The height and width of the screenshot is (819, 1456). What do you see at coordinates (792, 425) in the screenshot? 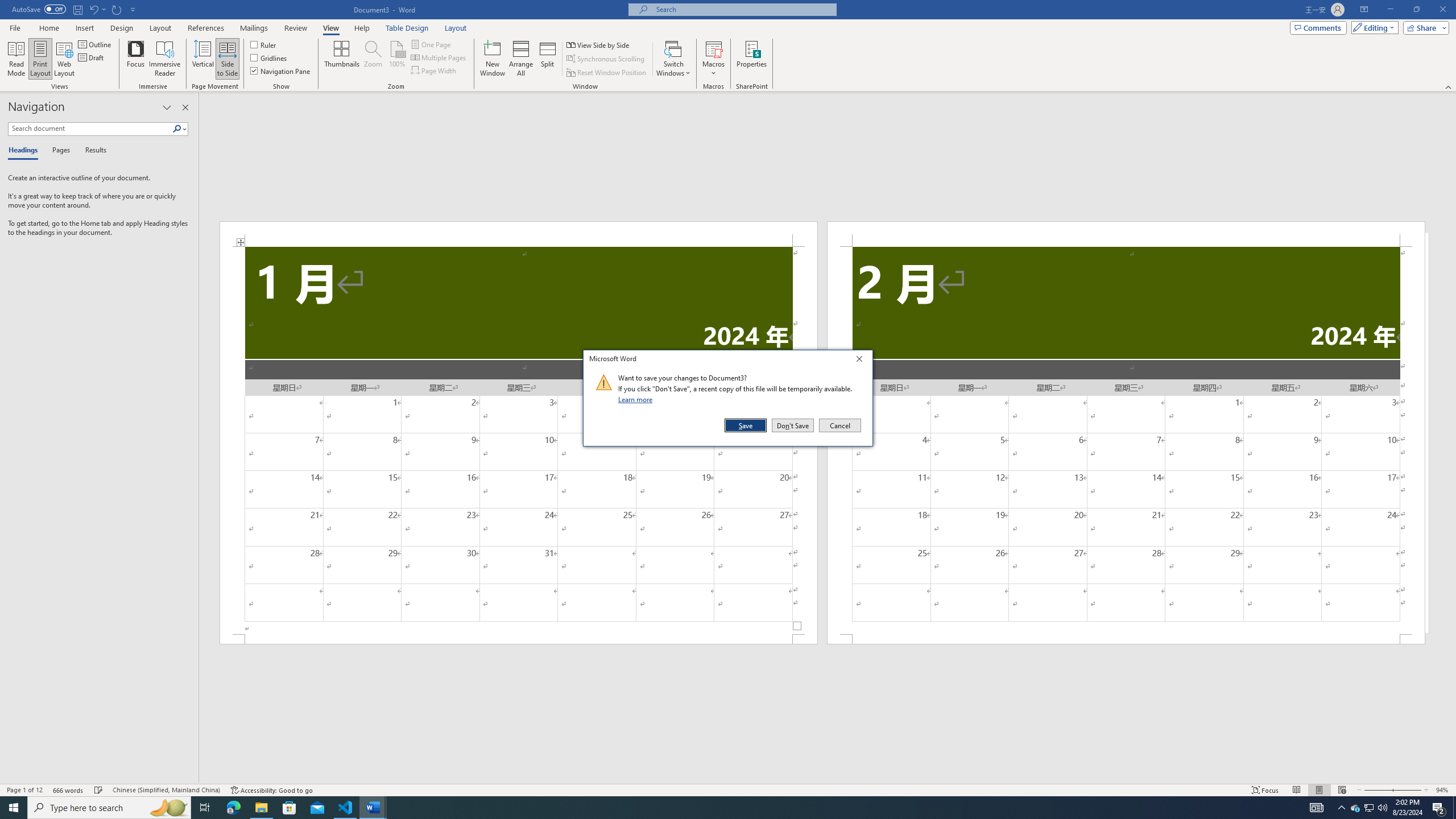
I see `'Don'` at bounding box center [792, 425].